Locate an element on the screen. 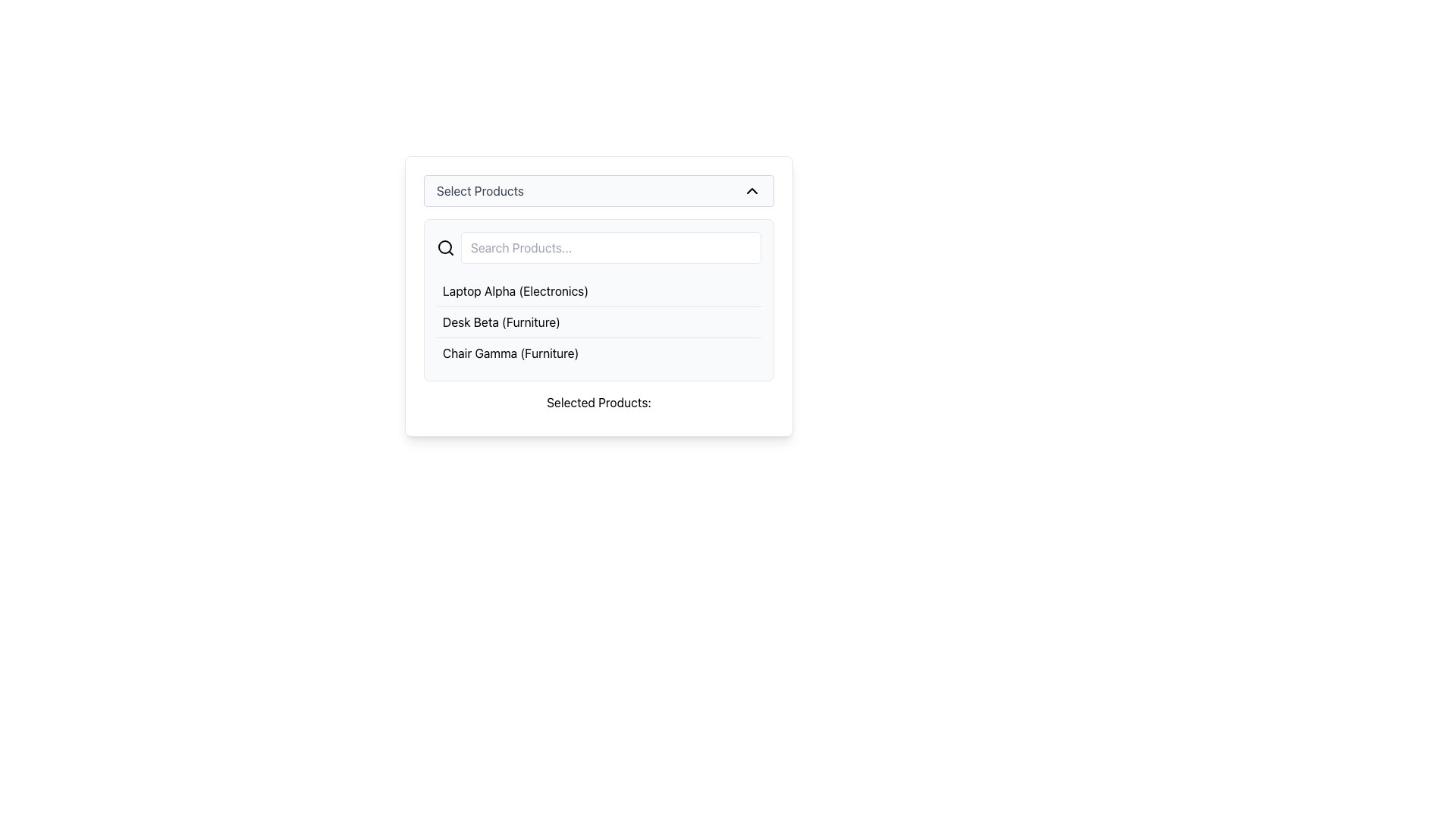 The height and width of the screenshot is (819, 1456). the downward-pointing arrow icon inside the 'Select Products' button is located at coordinates (752, 190).